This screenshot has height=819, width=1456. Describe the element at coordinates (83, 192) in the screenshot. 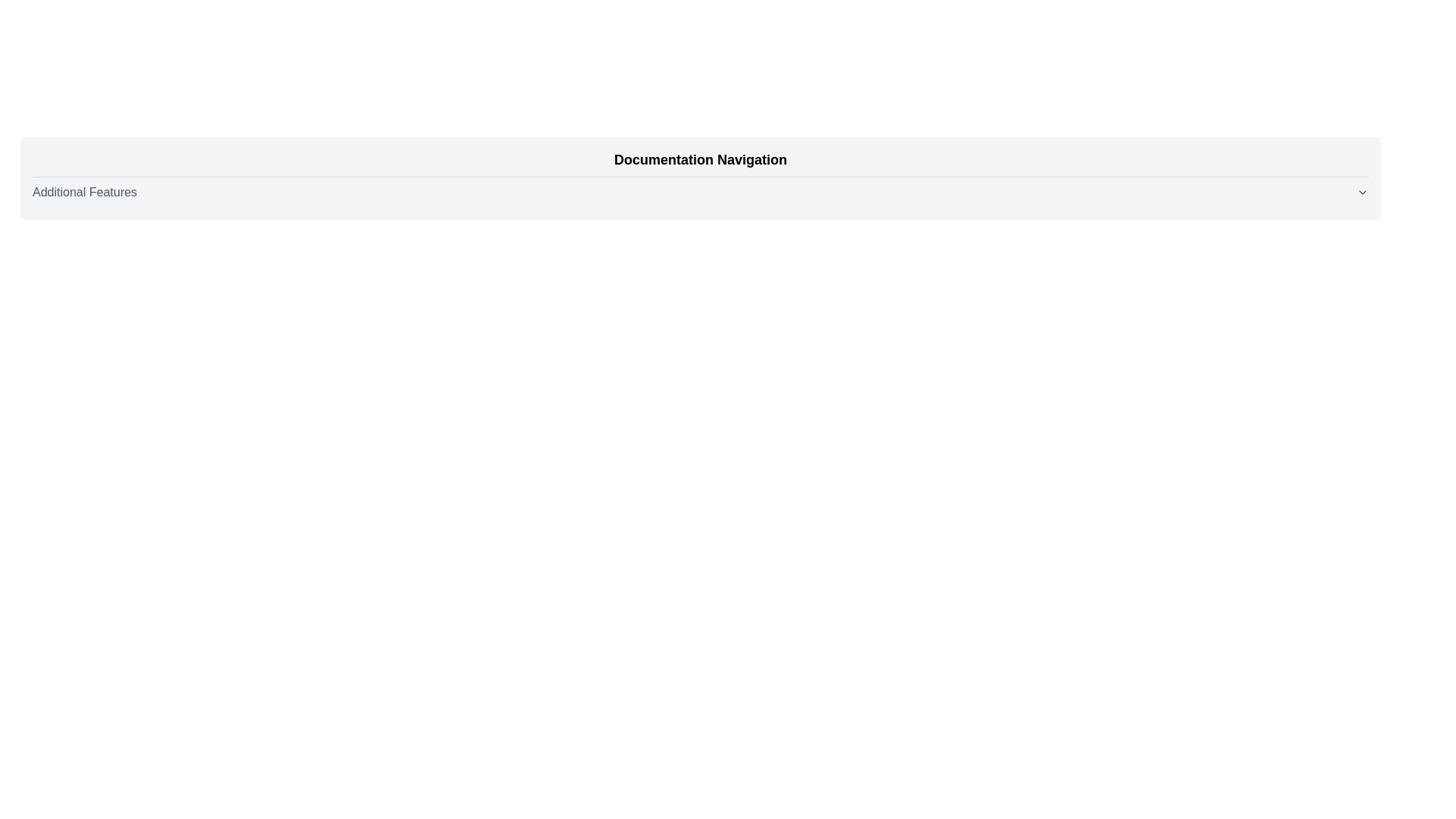

I see `the 'Additional Features' text label located beneath the line separator` at that location.